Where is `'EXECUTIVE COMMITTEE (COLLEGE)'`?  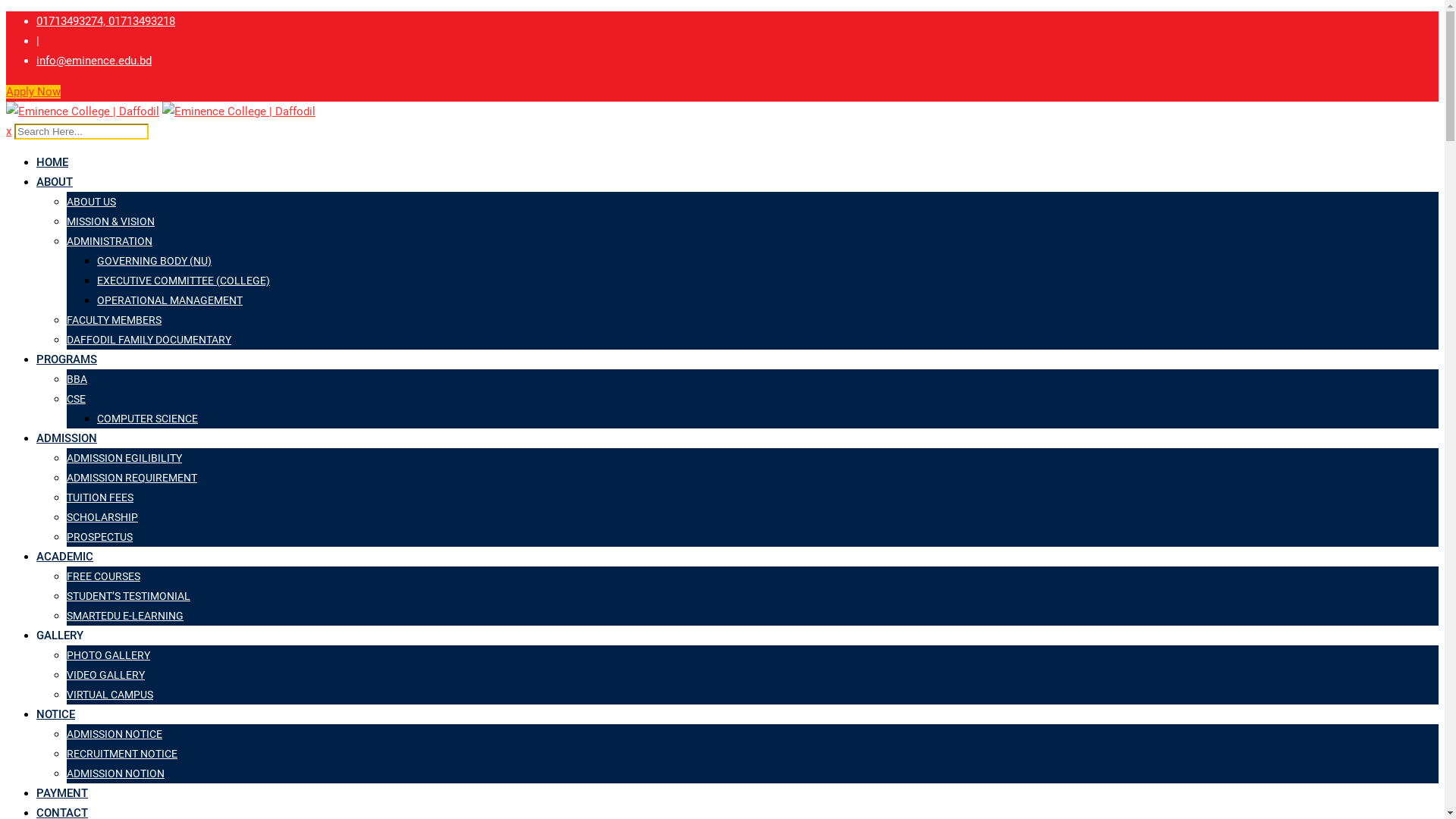
'EXECUTIVE COMMITTEE (COLLEGE)' is located at coordinates (182, 281).